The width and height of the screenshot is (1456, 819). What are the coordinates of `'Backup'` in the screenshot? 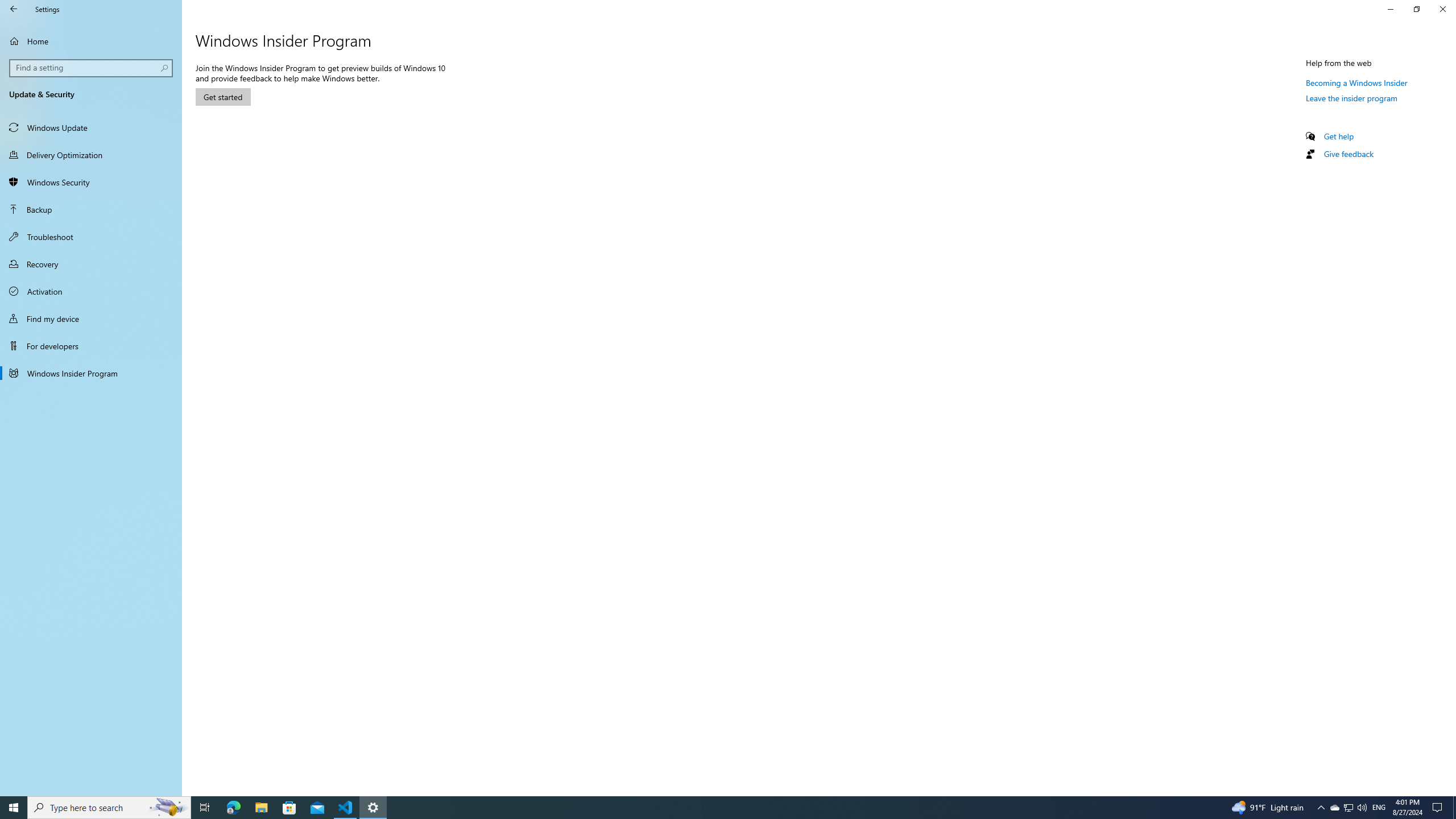 It's located at (90, 209).